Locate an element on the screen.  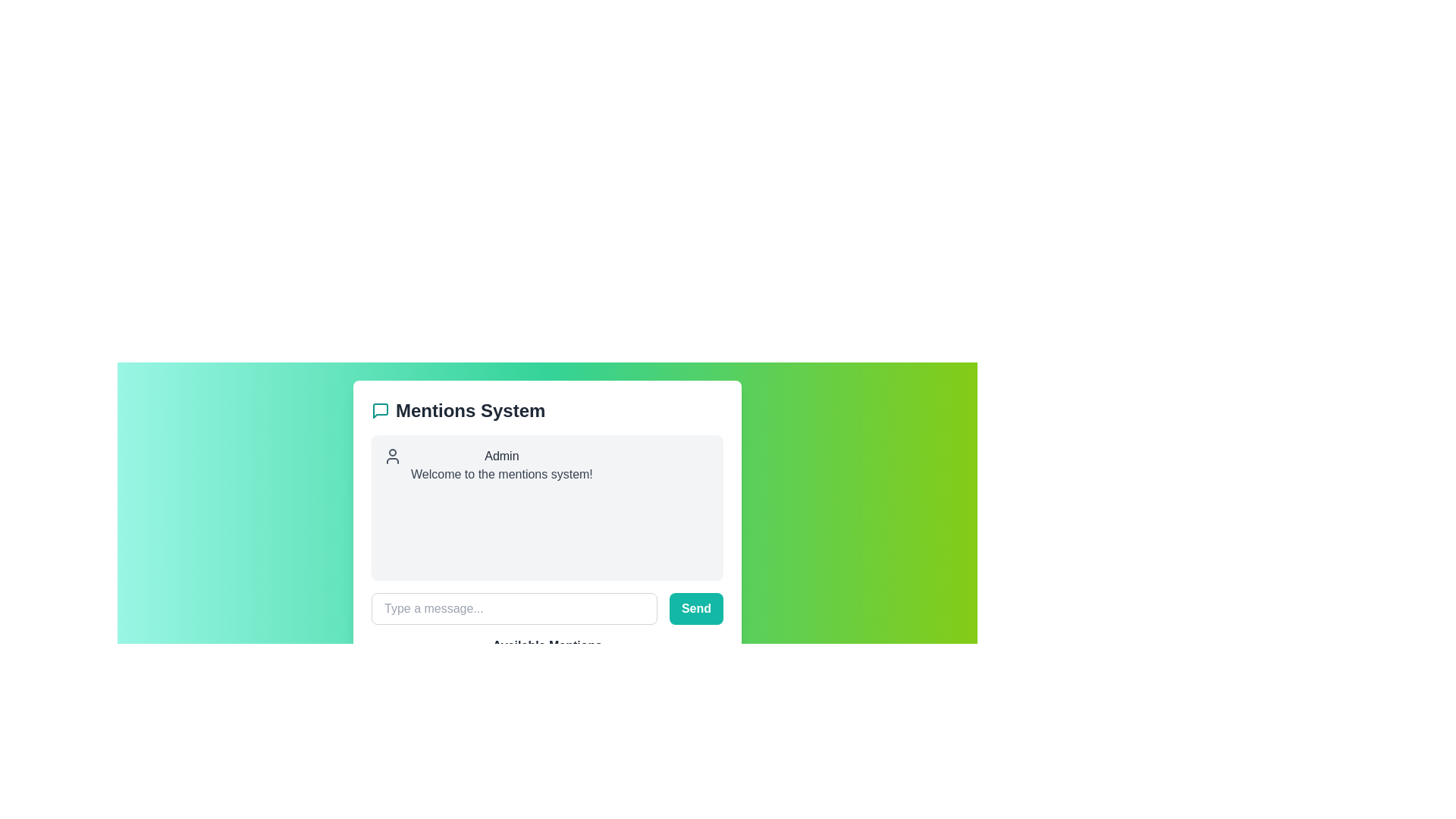
the 'Send' button, which is a rectangular button with rounded corners and a teal background, to send a message is located at coordinates (695, 607).